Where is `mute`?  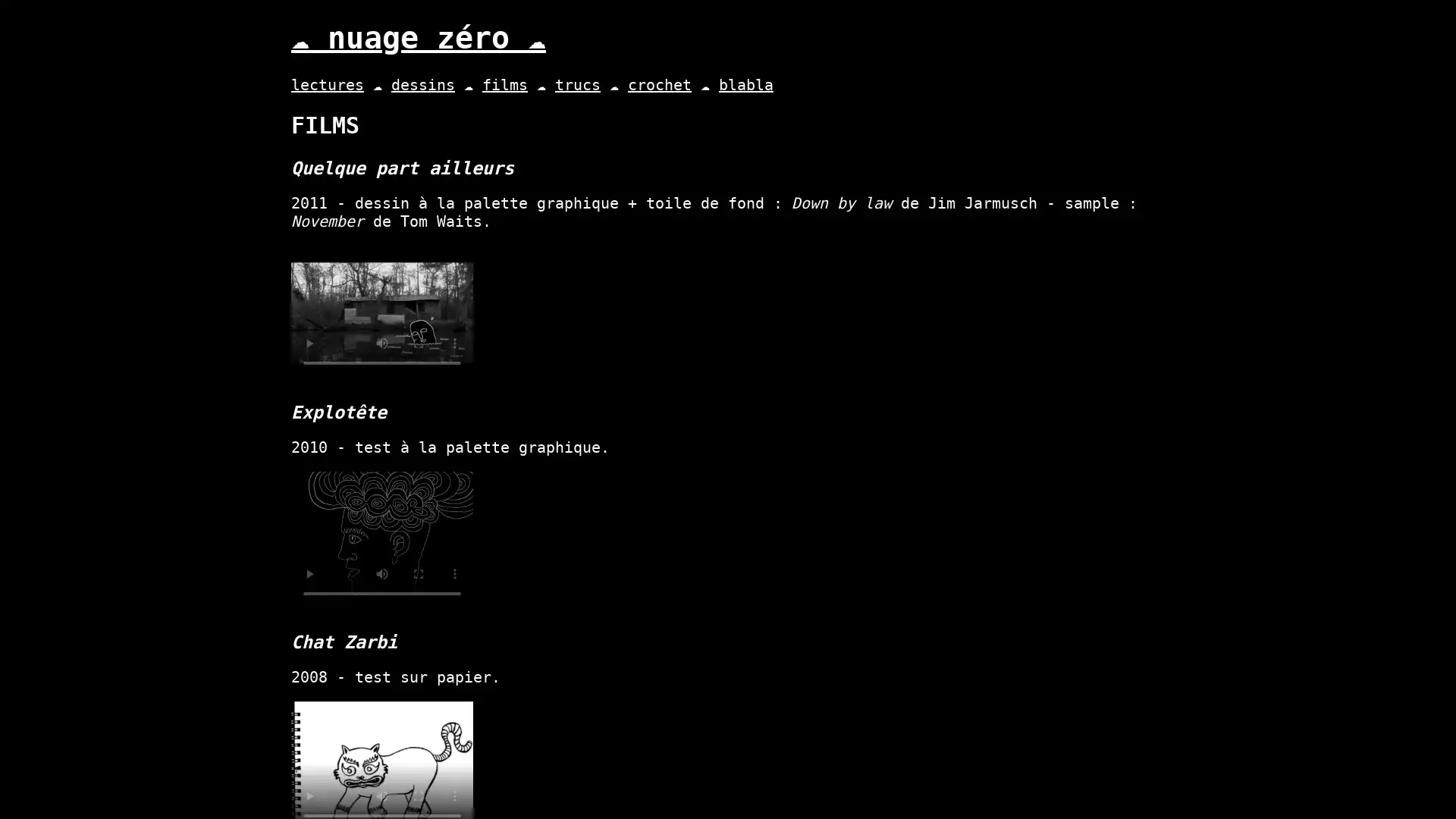 mute is located at coordinates (382, 795).